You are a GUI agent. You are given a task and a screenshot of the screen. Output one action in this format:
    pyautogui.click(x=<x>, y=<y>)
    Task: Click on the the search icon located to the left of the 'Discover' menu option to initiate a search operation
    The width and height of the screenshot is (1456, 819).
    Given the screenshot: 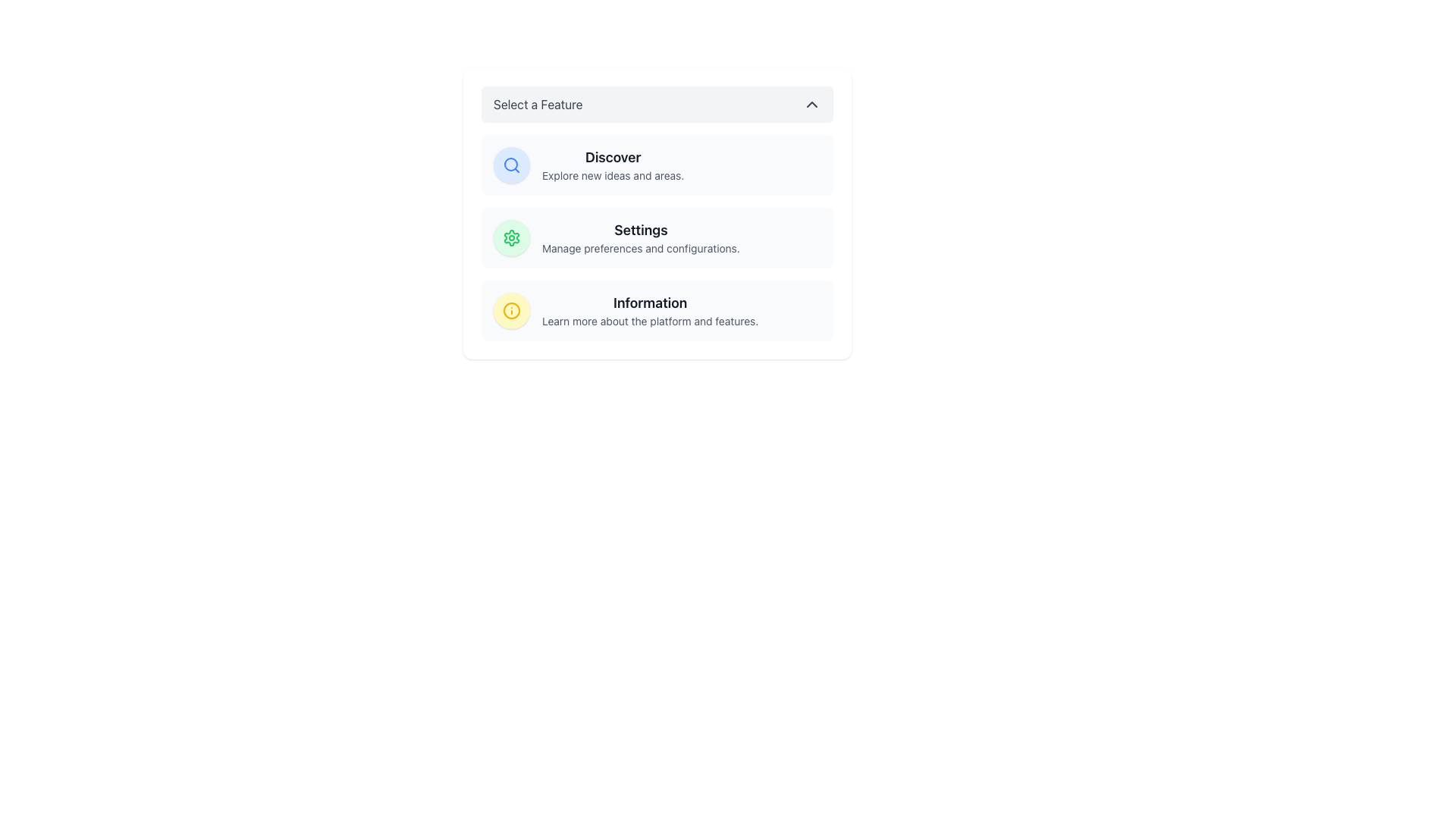 What is the action you would take?
    pyautogui.click(x=512, y=165)
    